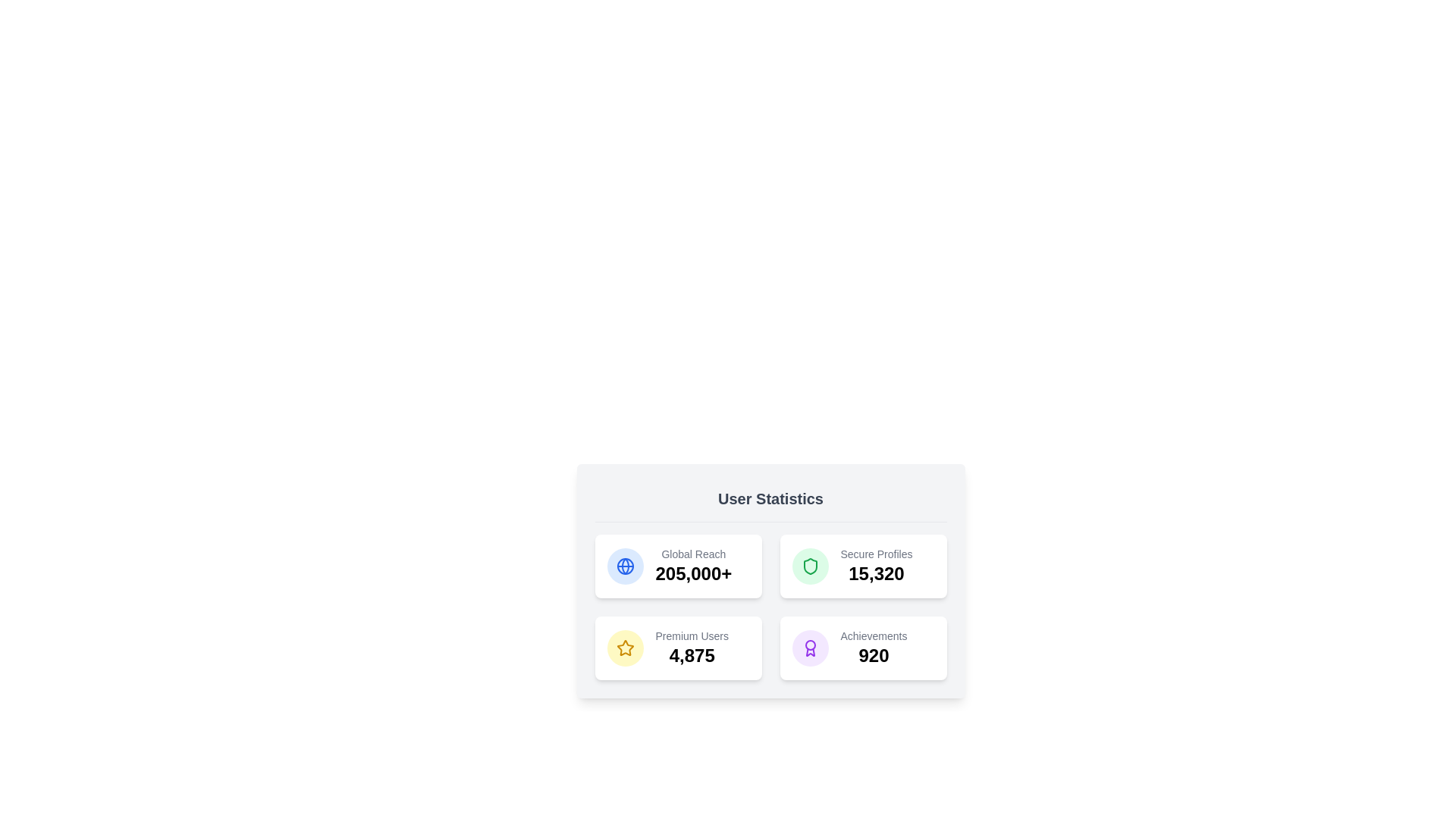 This screenshot has height=819, width=1456. Describe the element at coordinates (877, 554) in the screenshot. I see `the static text label in the top-right quadrant of the 'User Statistics' card, which is adjacent to the green shield icon and above the number '15,320'` at that location.